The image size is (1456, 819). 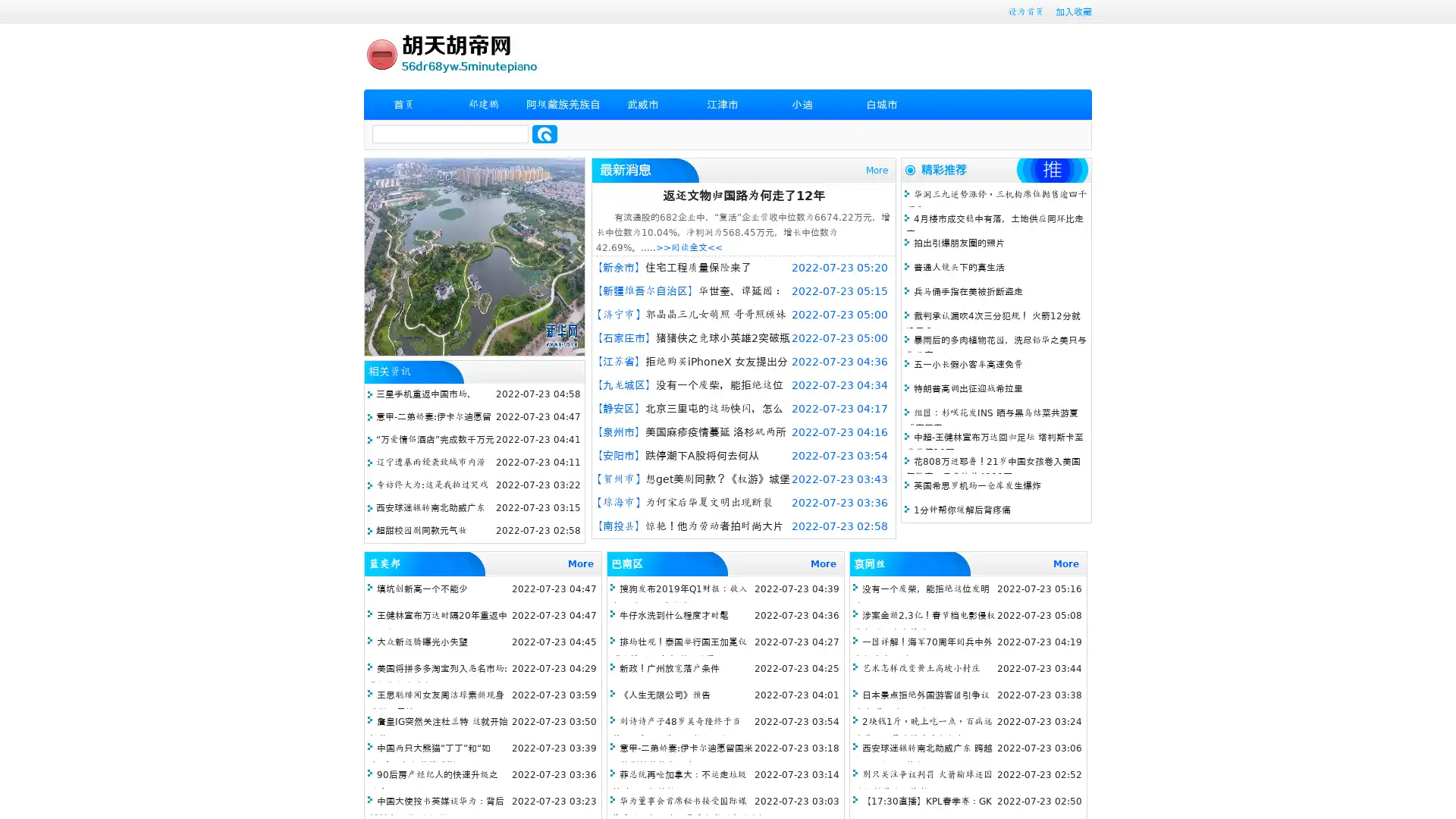 What do you see at coordinates (544, 133) in the screenshot?
I see `Search` at bounding box center [544, 133].